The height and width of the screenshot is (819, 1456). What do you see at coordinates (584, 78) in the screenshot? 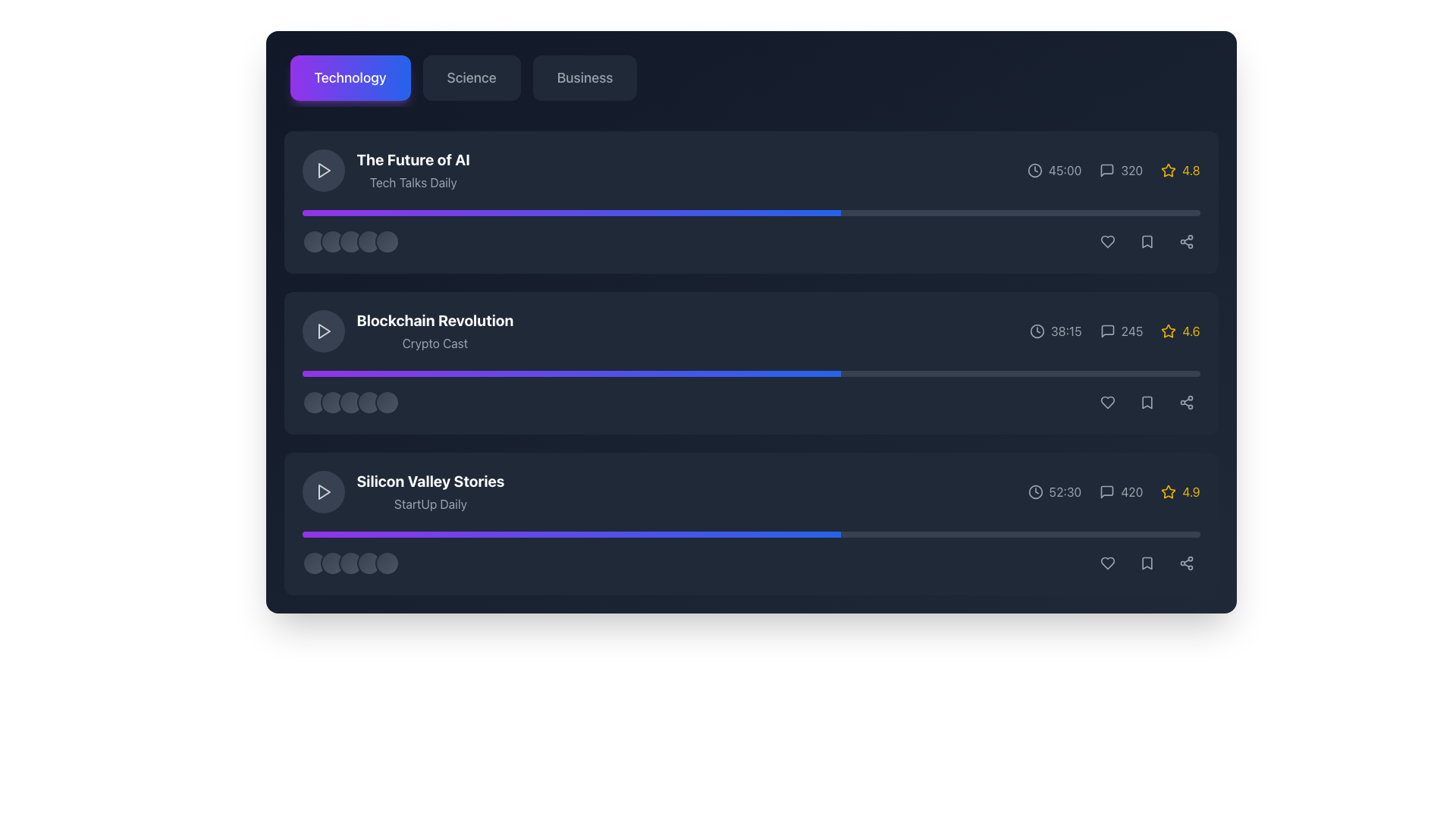
I see `the 'Business' category label in the navigation bar` at bounding box center [584, 78].